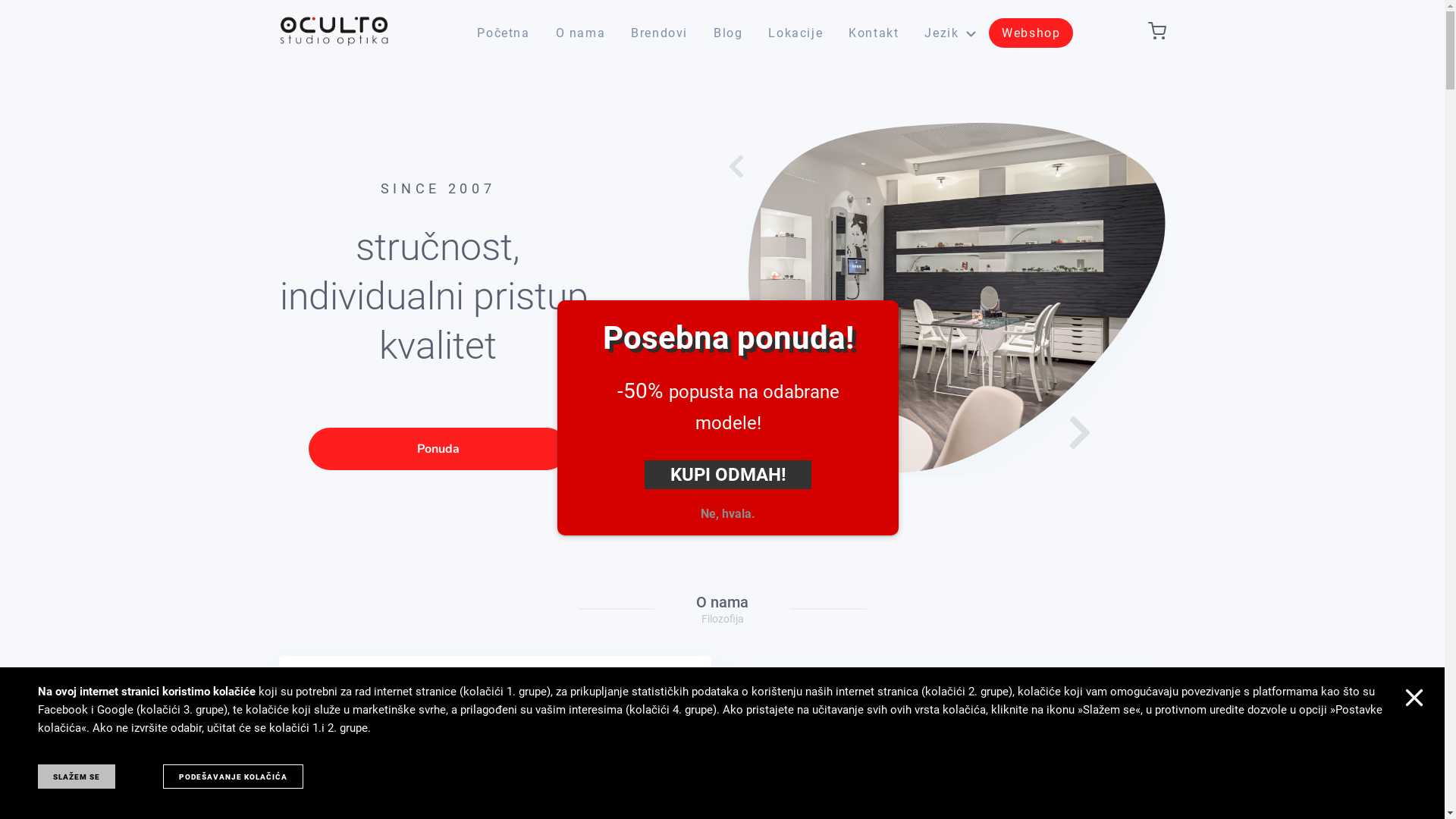 The height and width of the screenshot is (819, 1456). I want to click on 'Ponuda', so click(436, 447).